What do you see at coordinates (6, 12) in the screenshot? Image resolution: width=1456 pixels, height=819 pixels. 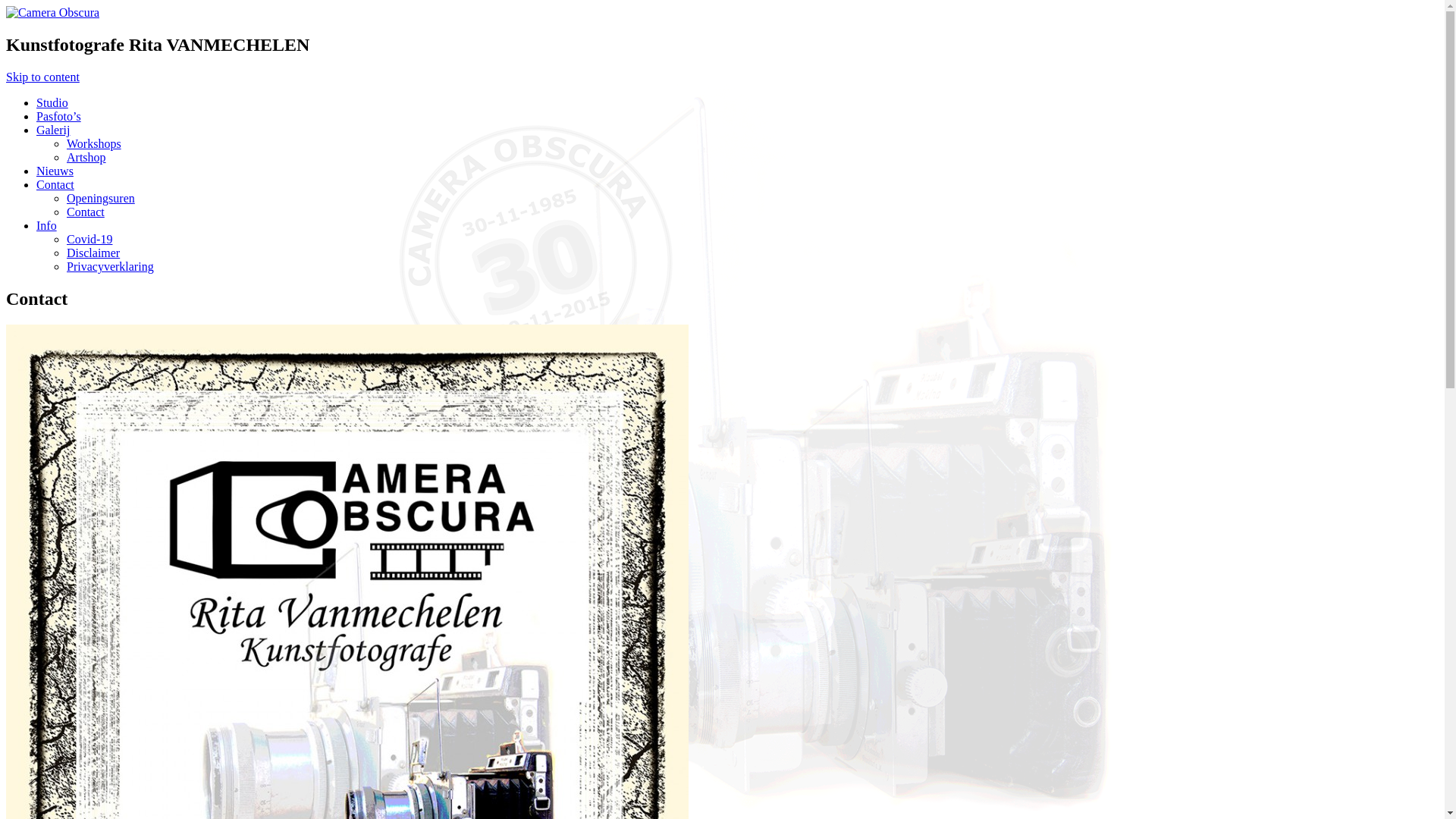 I see `'Camera Obscura'` at bounding box center [6, 12].